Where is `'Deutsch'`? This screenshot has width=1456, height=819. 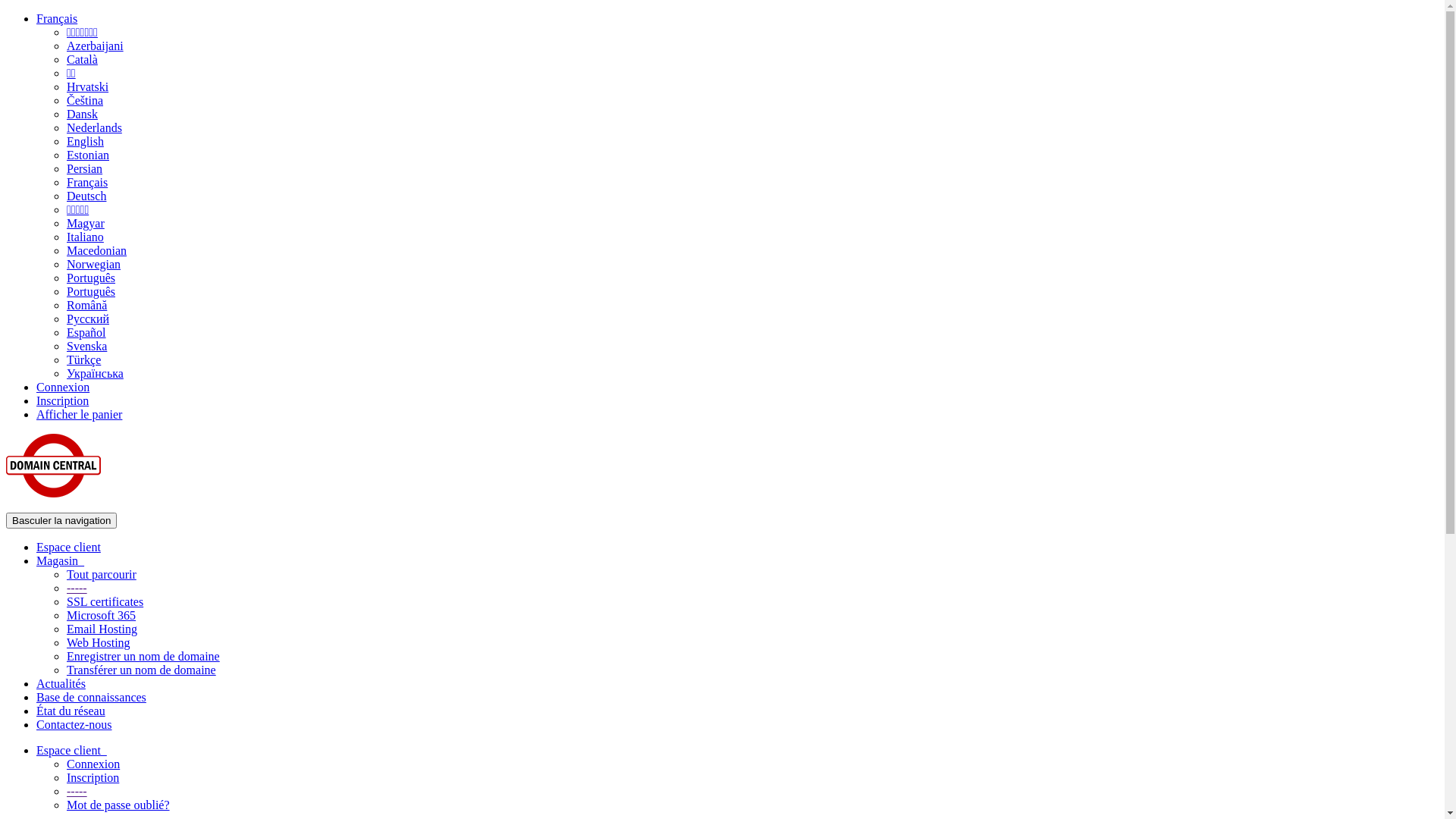
'Deutsch' is located at coordinates (65, 195).